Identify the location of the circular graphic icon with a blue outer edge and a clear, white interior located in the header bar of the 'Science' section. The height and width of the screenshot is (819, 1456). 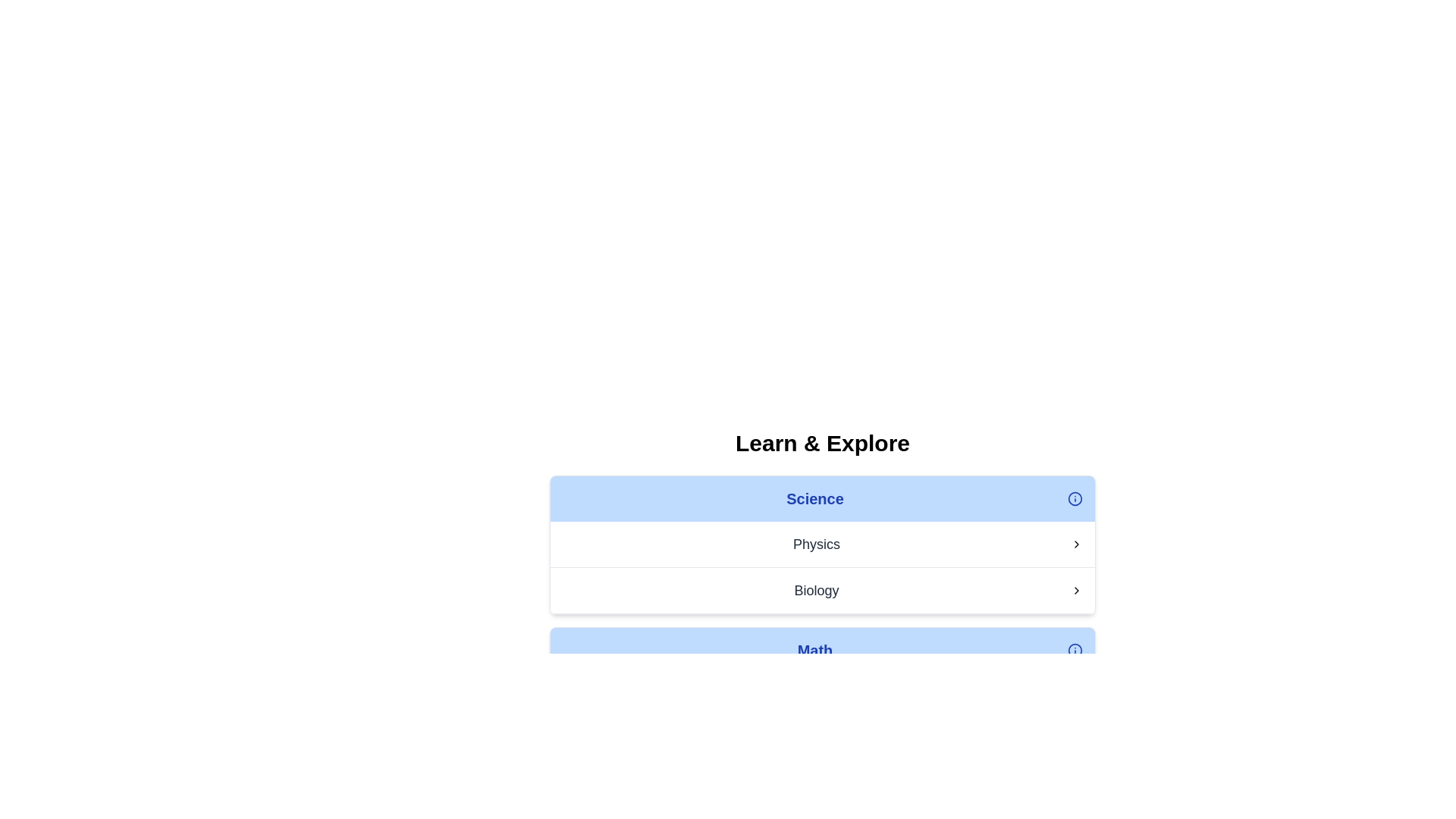
(1074, 499).